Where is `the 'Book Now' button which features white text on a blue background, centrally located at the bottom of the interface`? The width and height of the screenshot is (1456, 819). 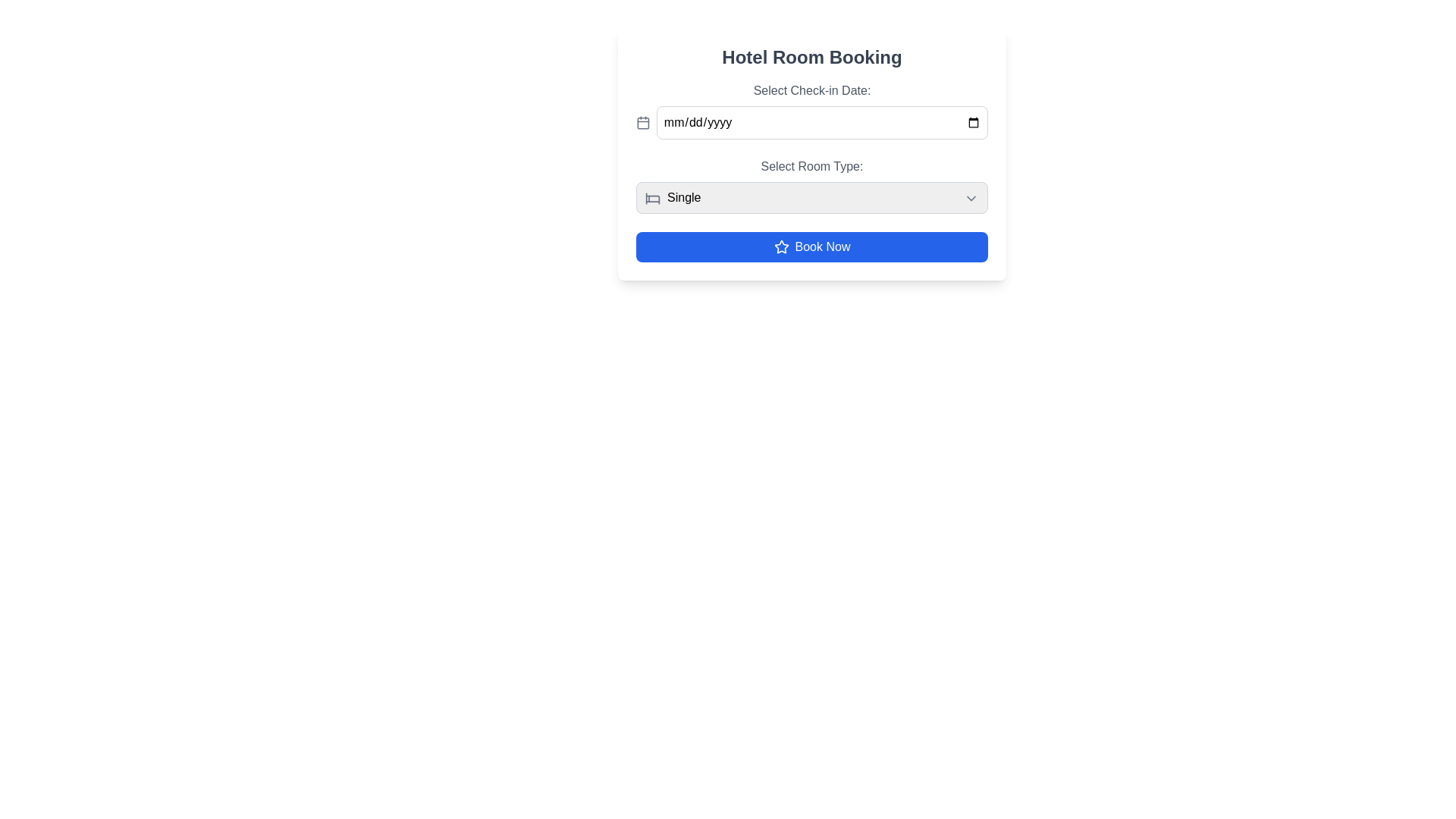 the 'Book Now' button which features white text on a blue background, centrally located at the bottom of the interface is located at coordinates (821, 246).